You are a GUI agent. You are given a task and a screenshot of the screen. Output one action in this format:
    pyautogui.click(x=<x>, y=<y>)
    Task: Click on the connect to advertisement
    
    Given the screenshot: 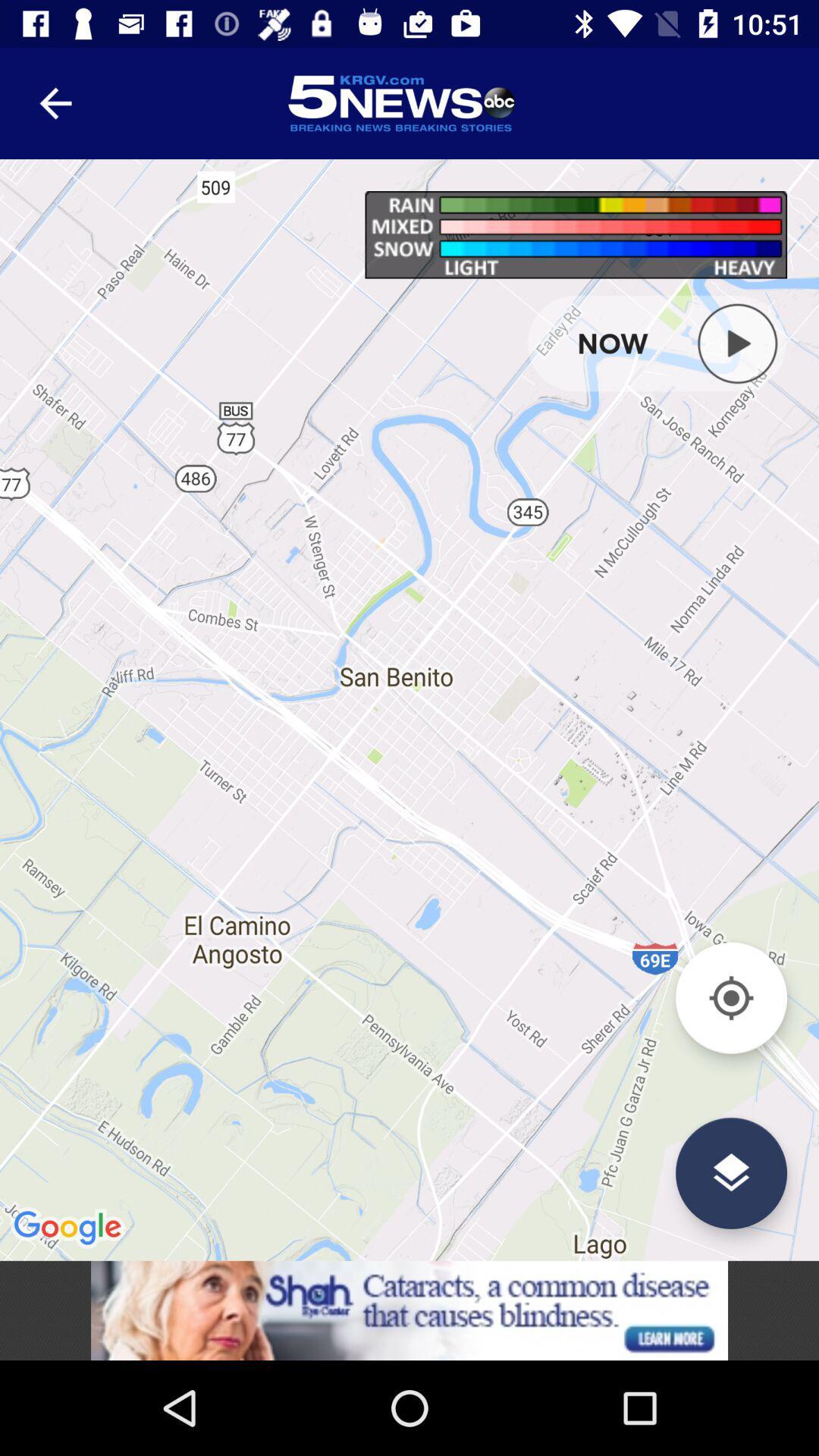 What is the action you would take?
    pyautogui.click(x=409, y=1310)
    